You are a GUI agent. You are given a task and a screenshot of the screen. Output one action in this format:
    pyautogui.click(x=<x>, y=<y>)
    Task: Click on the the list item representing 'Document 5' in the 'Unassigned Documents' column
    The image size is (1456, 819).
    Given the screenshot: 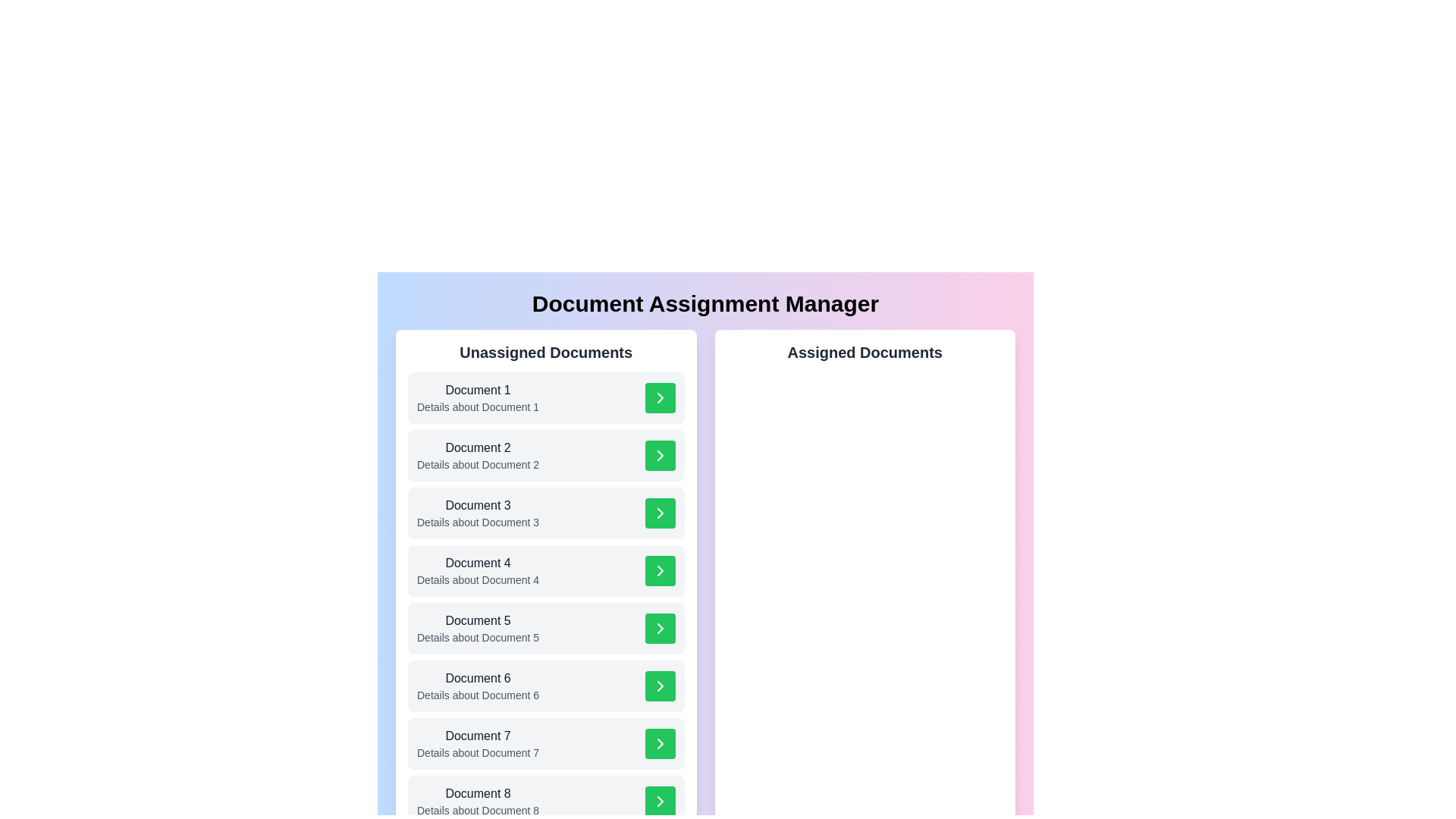 What is the action you would take?
    pyautogui.click(x=546, y=629)
    